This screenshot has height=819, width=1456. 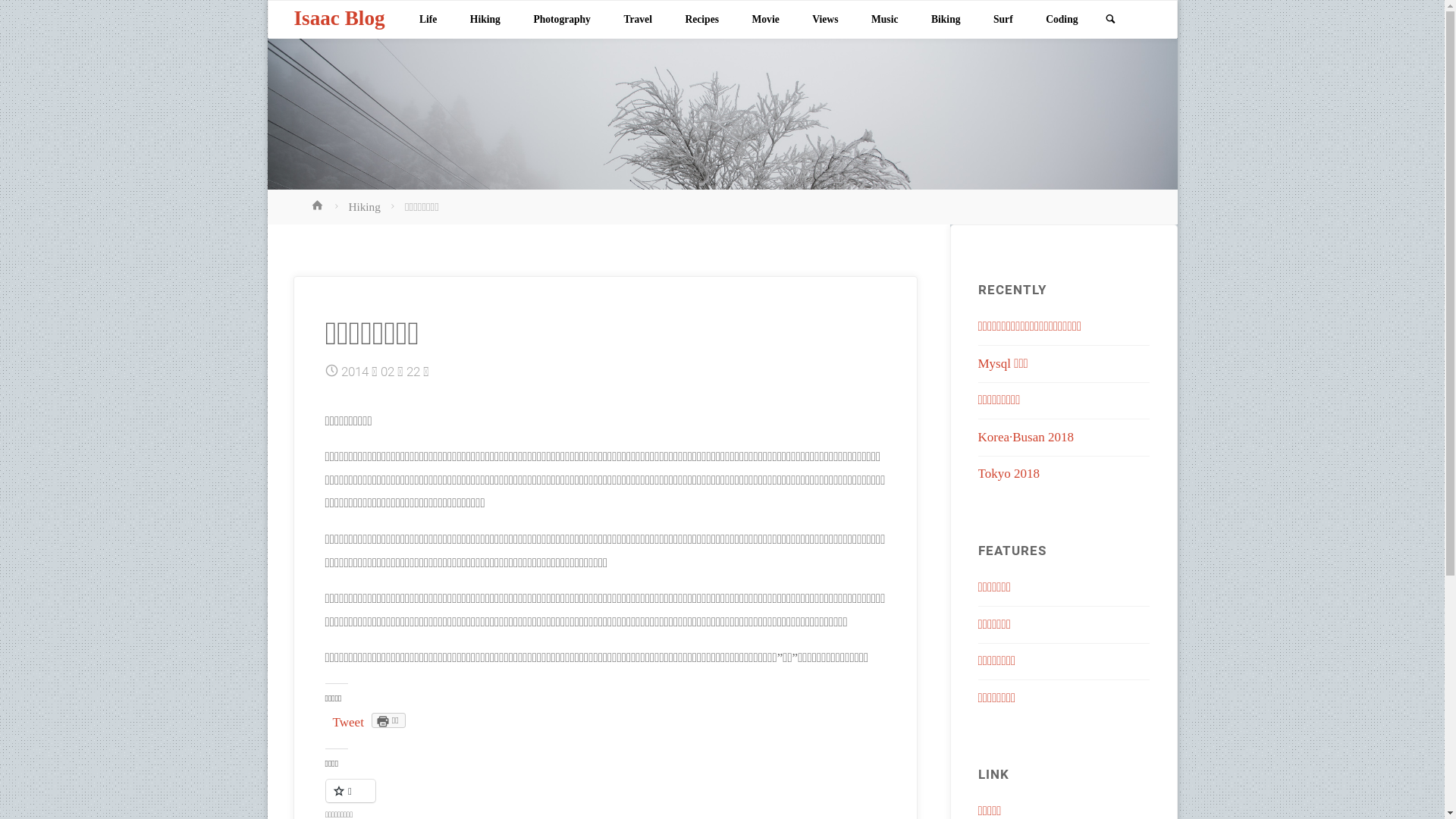 What do you see at coordinates (913, 20) in the screenshot?
I see `'Biking'` at bounding box center [913, 20].